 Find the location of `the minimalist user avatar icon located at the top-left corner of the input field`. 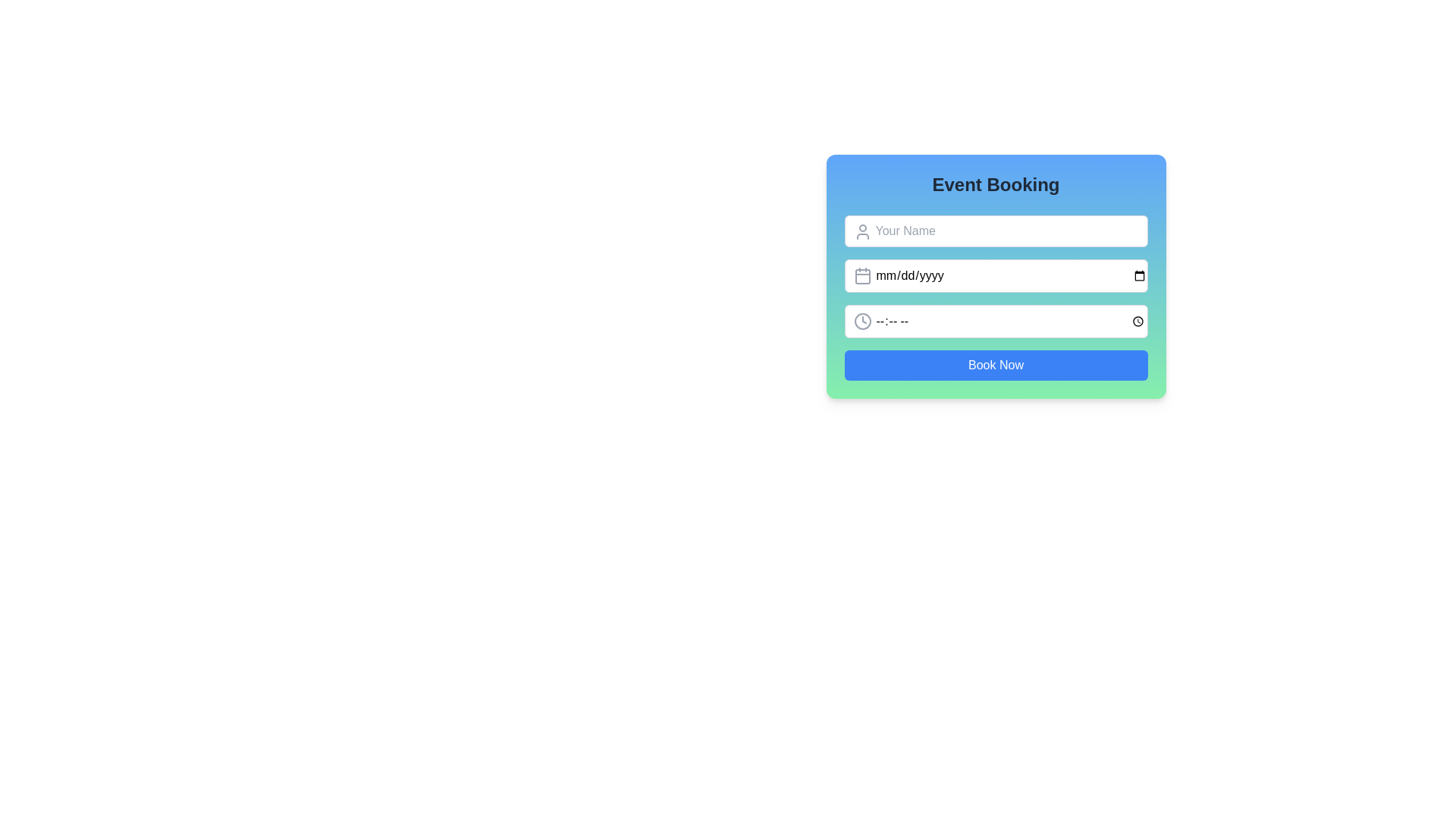

the minimalist user avatar icon located at the top-left corner of the input field is located at coordinates (862, 231).